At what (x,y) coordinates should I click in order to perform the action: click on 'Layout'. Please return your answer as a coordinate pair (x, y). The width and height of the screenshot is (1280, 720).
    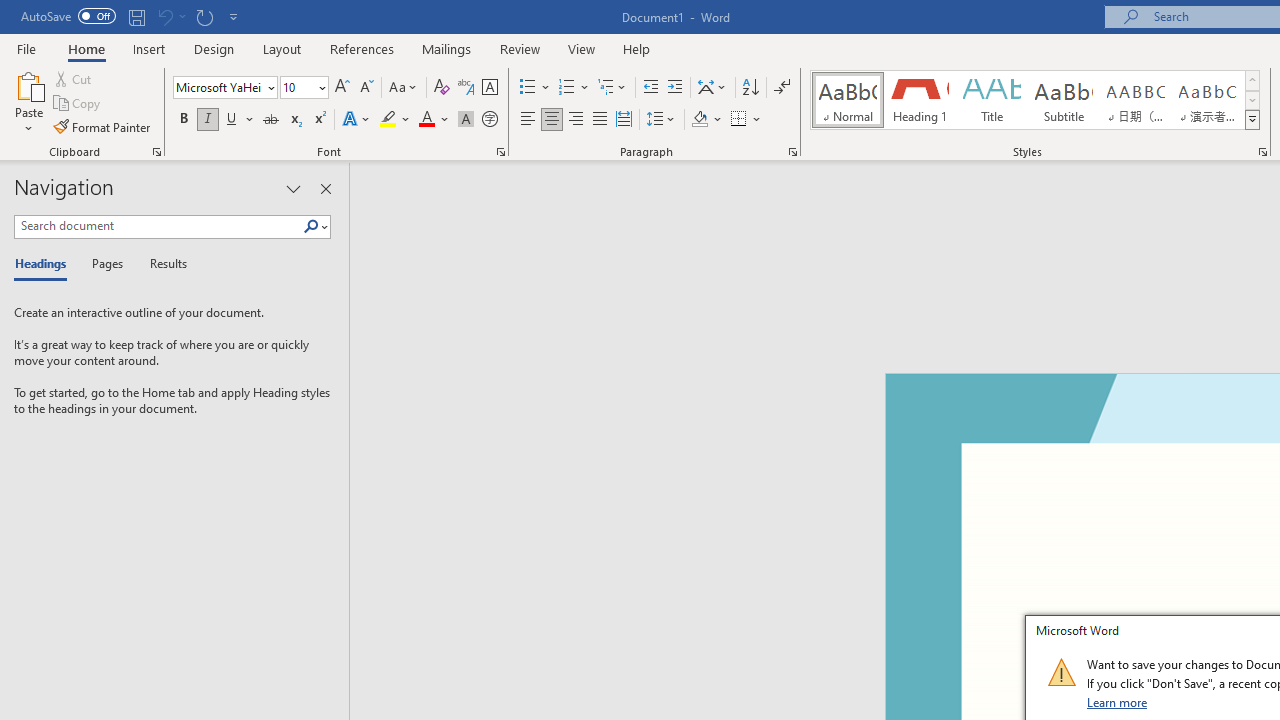
    Looking at the image, I should click on (281, 48).